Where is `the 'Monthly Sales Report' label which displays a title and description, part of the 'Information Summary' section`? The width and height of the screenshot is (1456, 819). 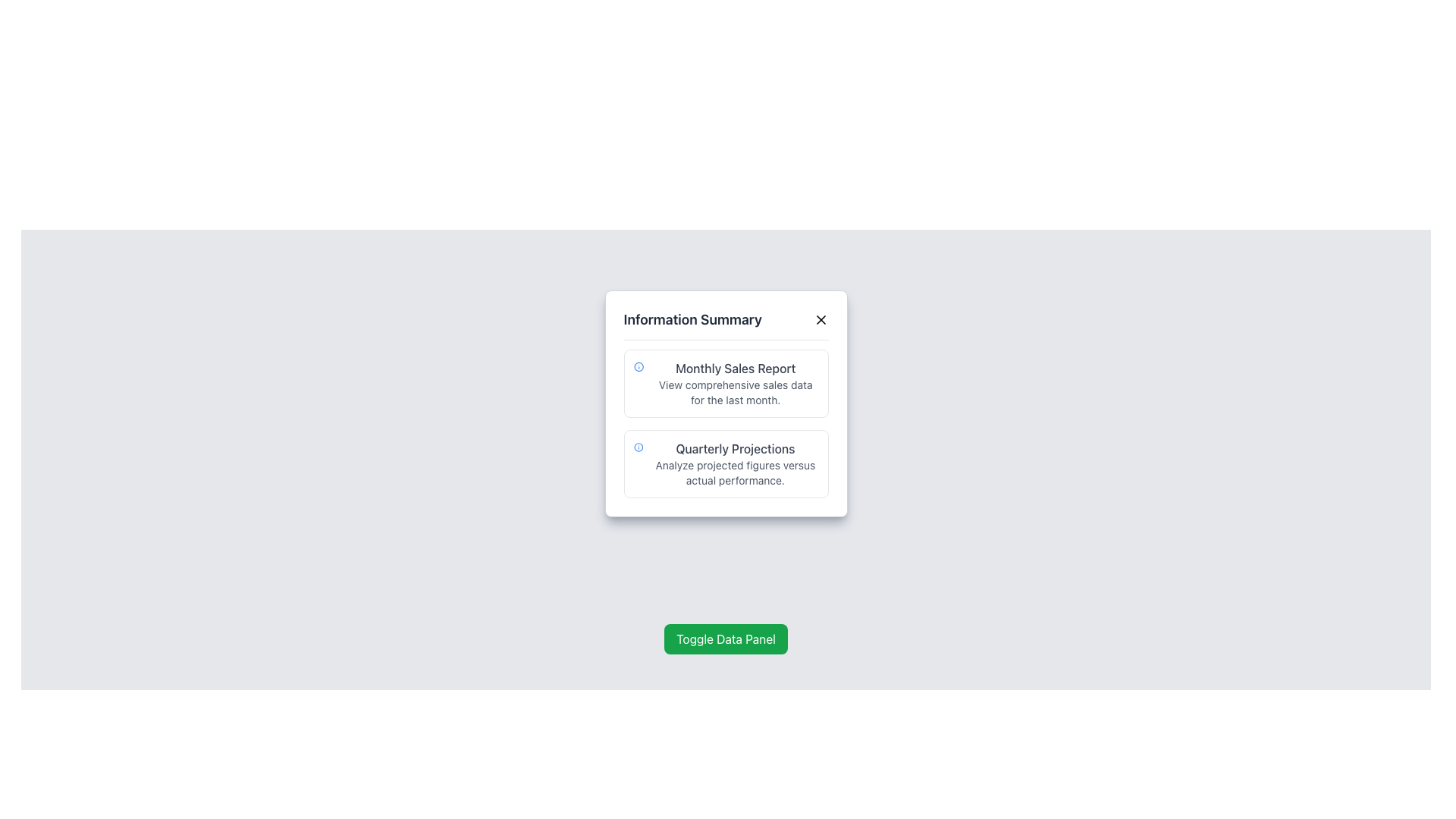 the 'Monthly Sales Report' label which displays a title and description, part of the 'Information Summary' section is located at coordinates (736, 382).